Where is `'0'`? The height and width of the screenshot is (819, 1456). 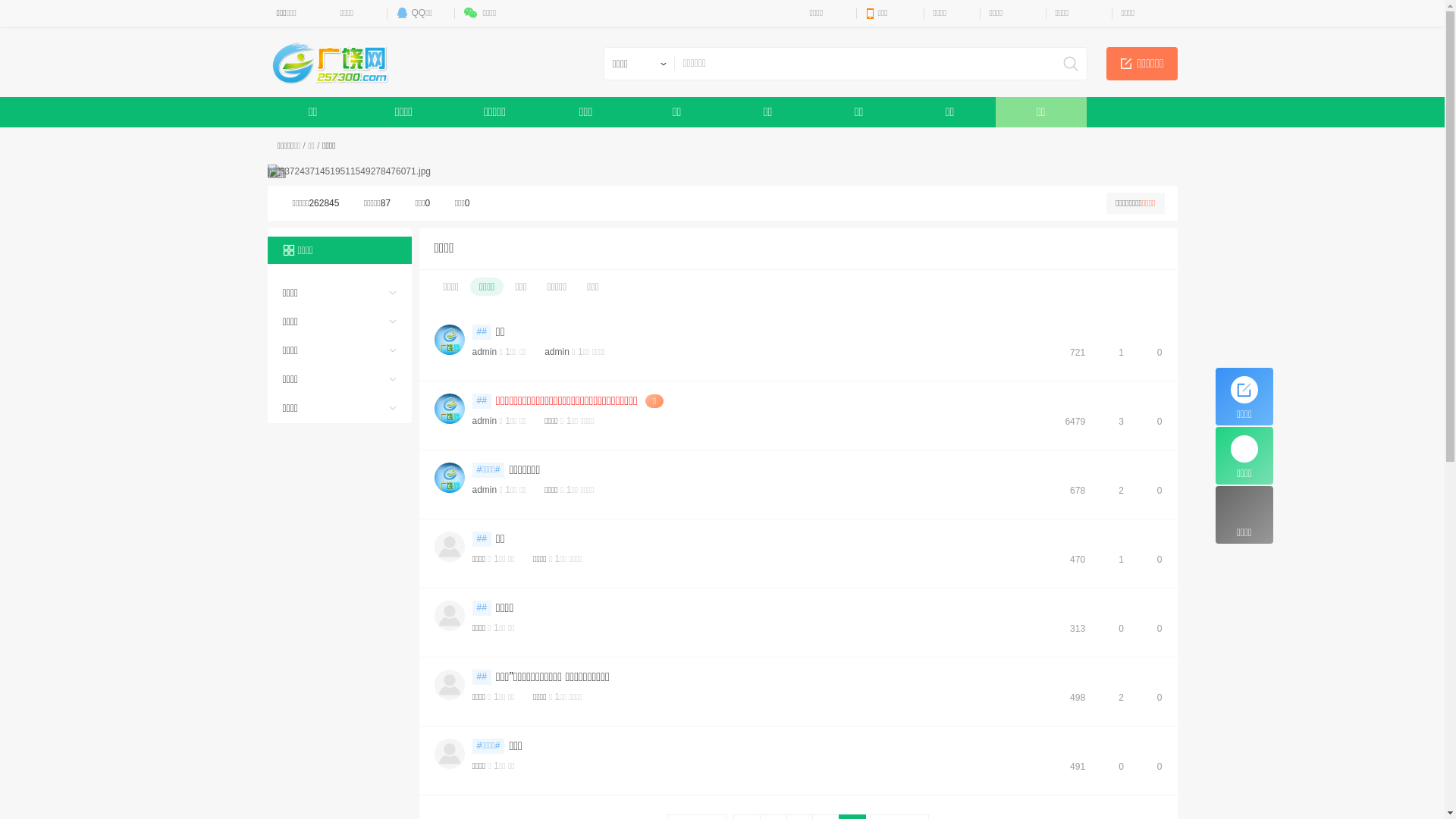 '0' is located at coordinates (1153, 421).